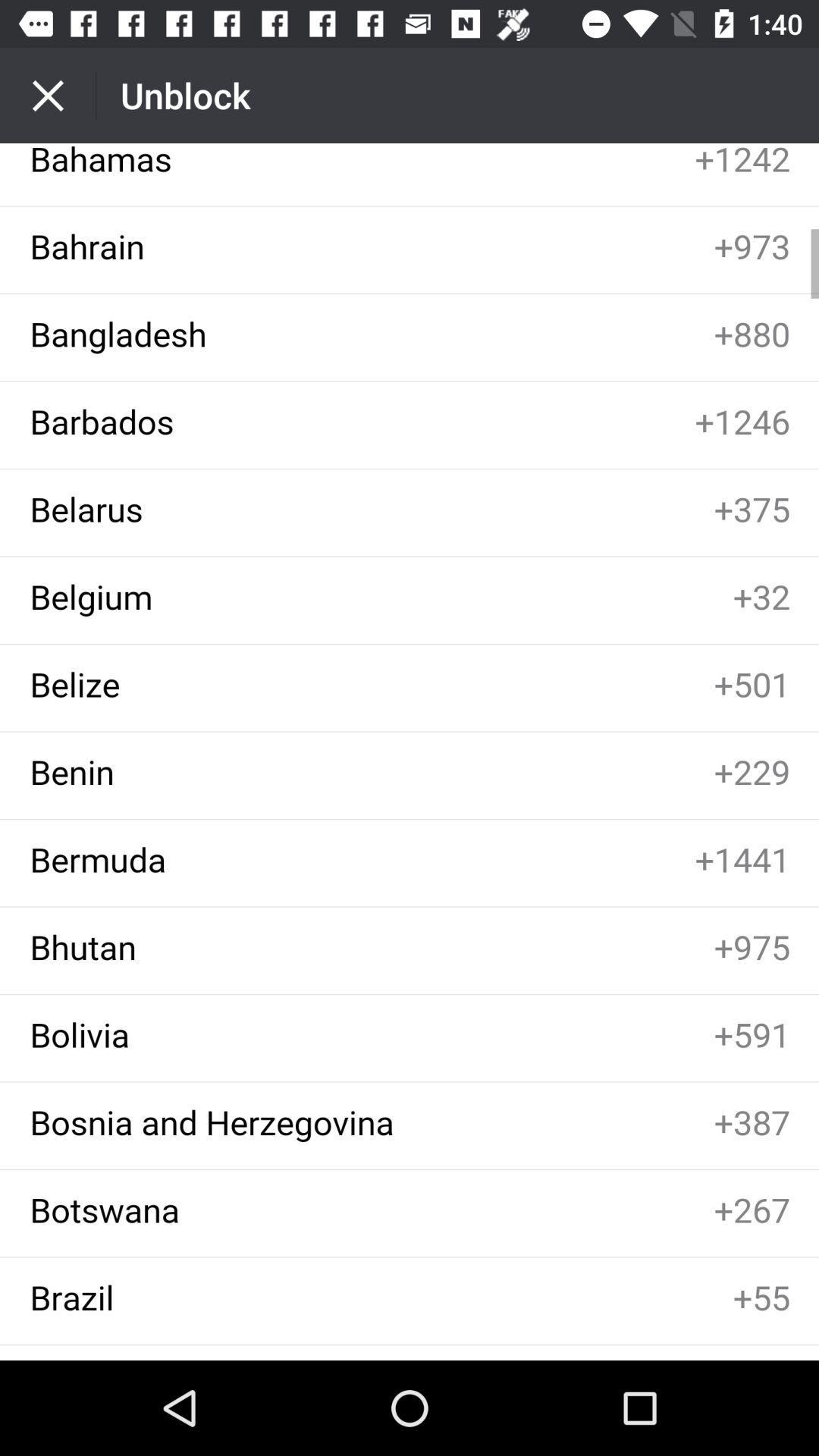 This screenshot has height=1456, width=819. What do you see at coordinates (409, 752) in the screenshot?
I see `article in middle` at bounding box center [409, 752].